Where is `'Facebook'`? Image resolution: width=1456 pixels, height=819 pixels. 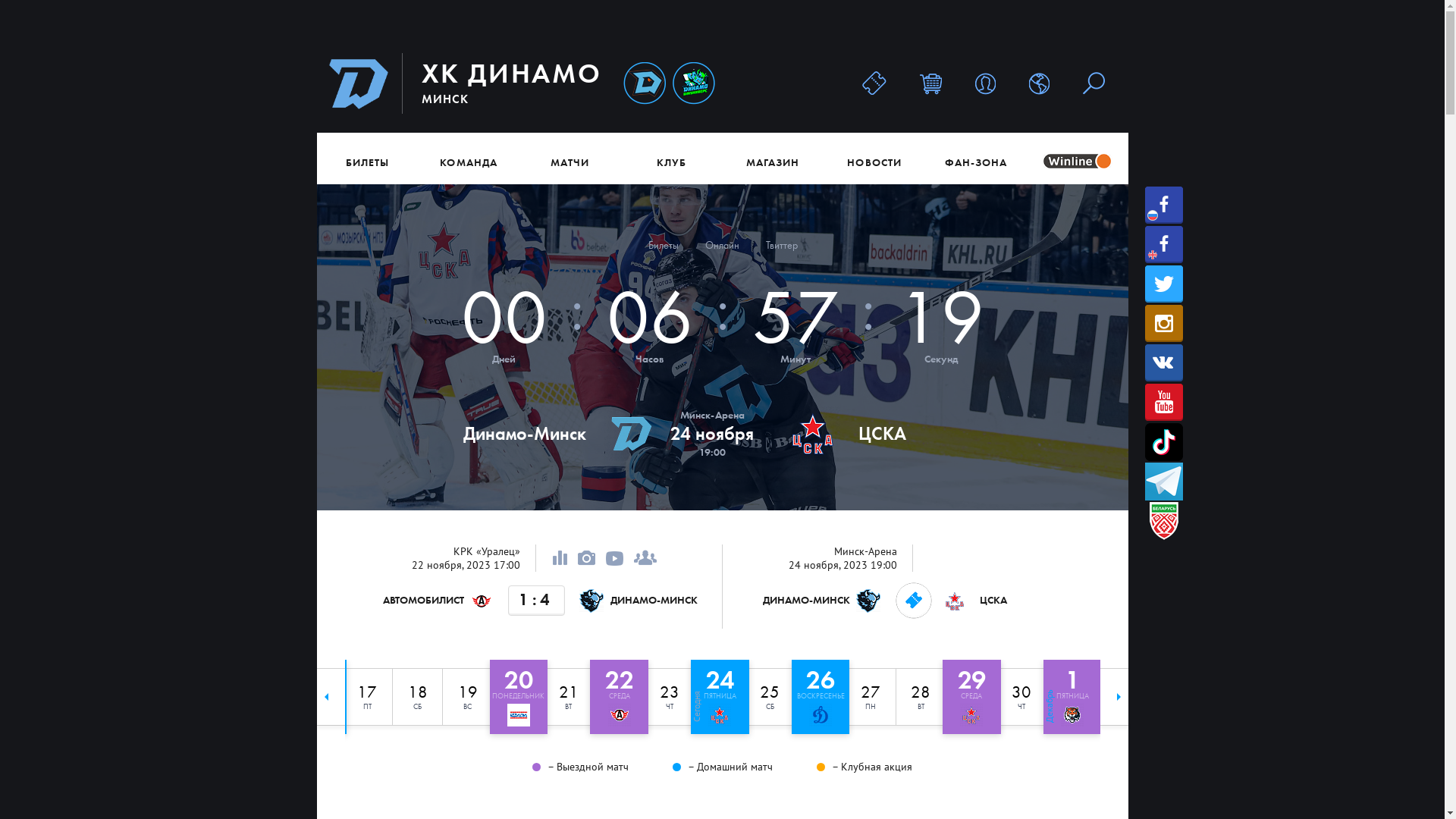 'Facebook' is located at coordinates (1163, 243).